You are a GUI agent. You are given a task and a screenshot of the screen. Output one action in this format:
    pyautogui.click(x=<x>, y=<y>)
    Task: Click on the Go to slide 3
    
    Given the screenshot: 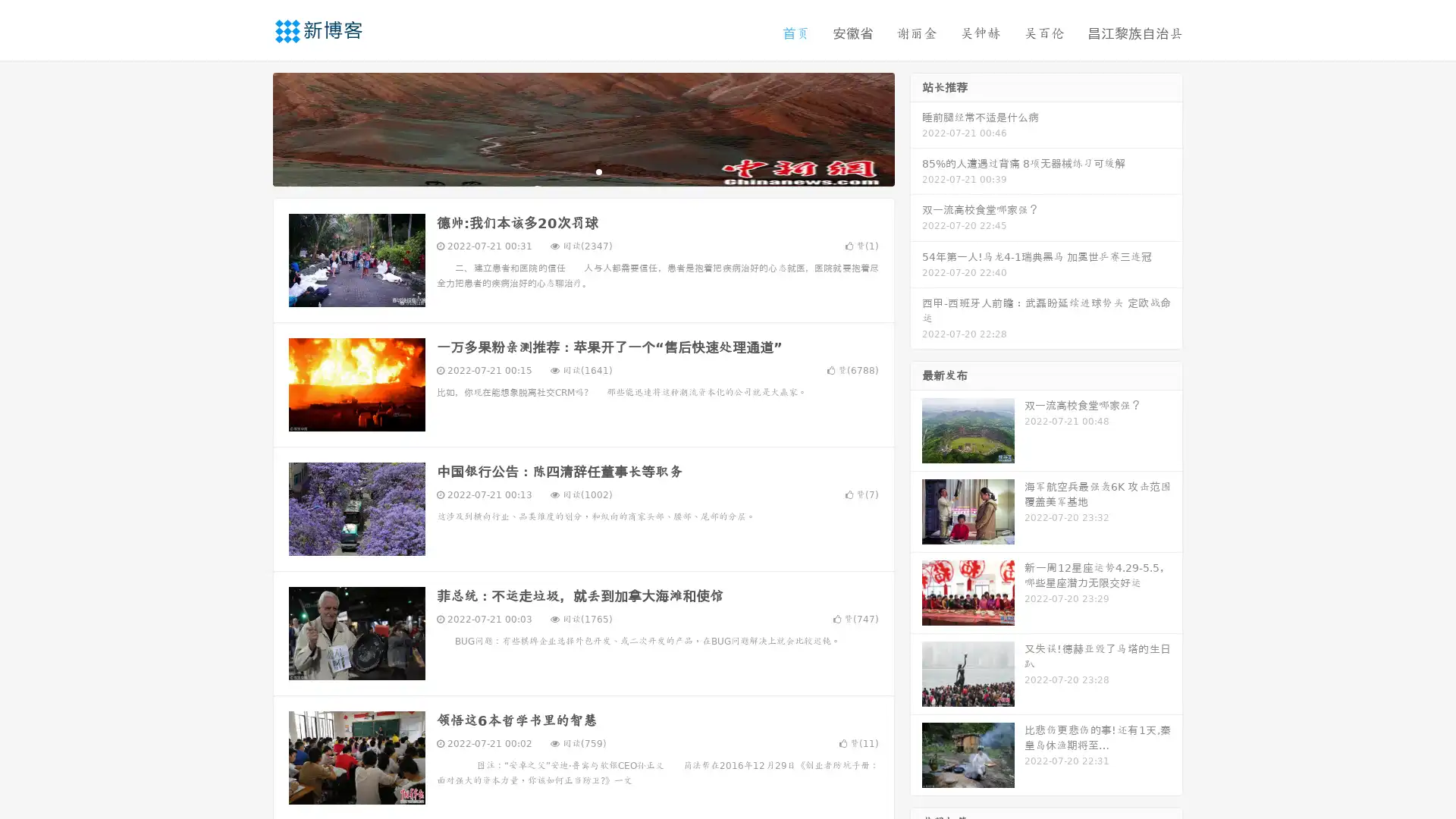 What is the action you would take?
    pyautogui.click(x=598, y=171)
    